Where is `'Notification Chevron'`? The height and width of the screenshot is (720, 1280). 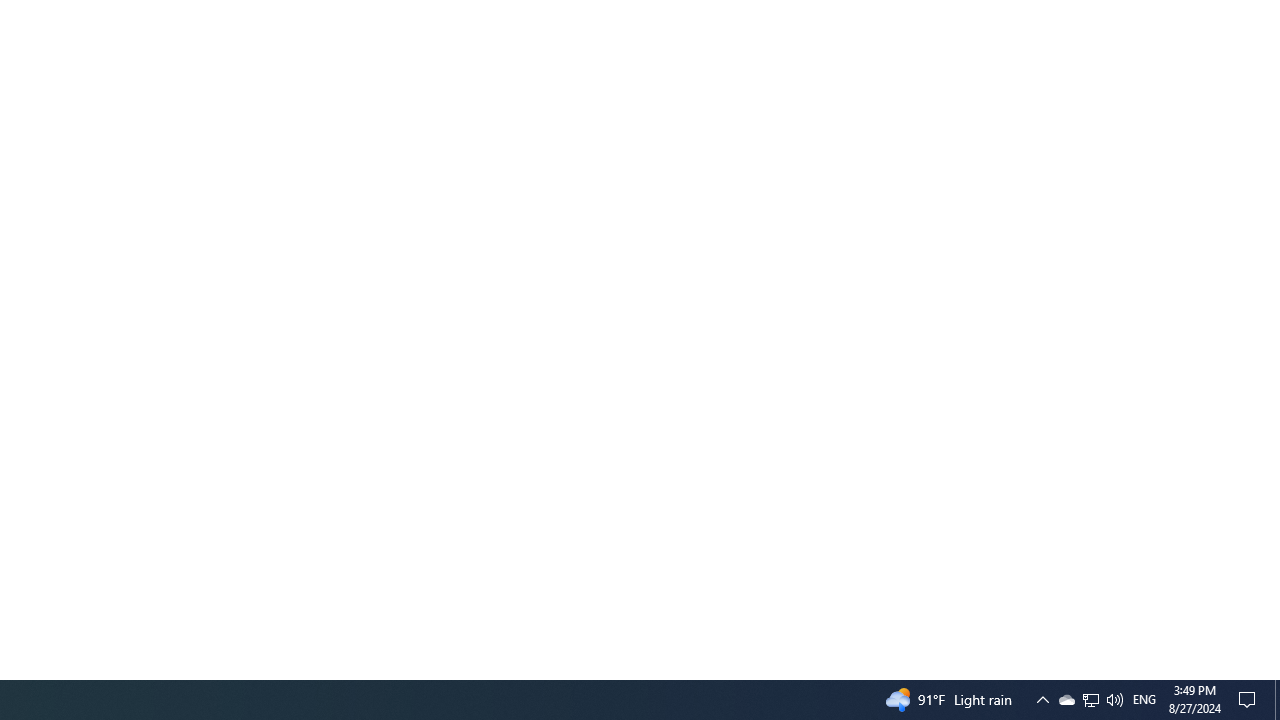 'Notification Chevron' is located at coordinates (1089, 698).